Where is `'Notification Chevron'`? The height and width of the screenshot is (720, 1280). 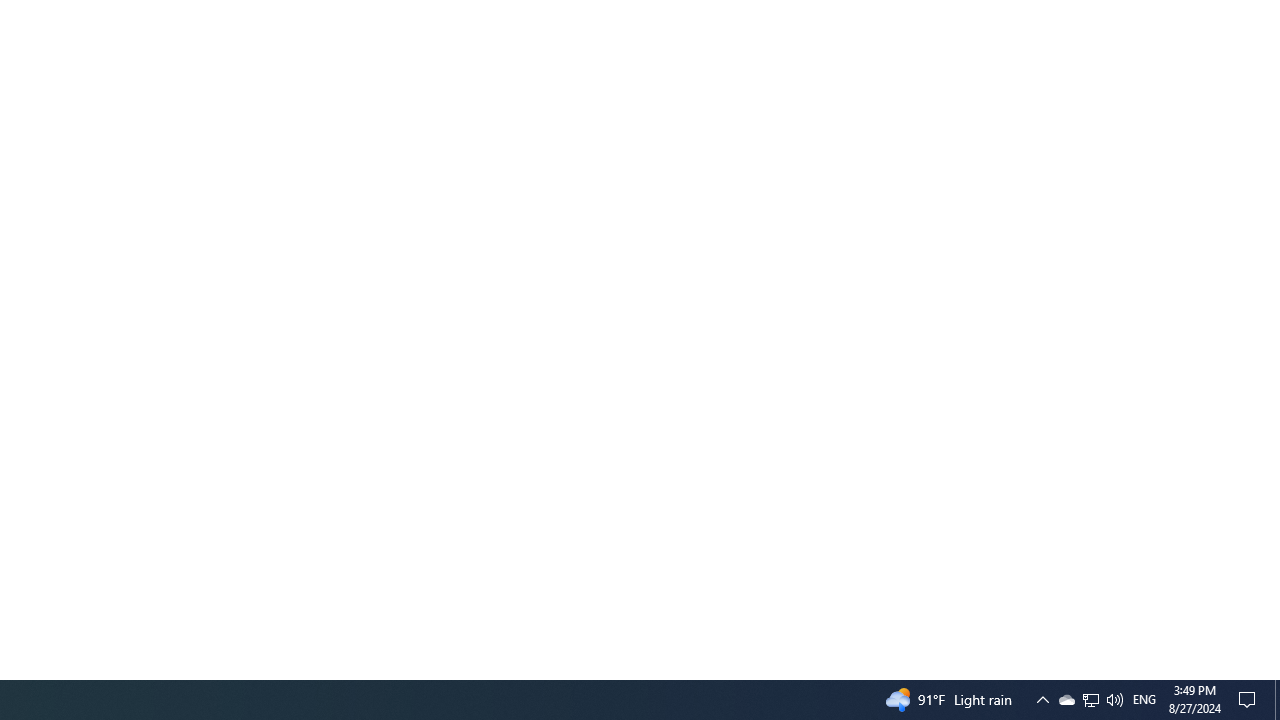 'Notification Chevron' is located at coordinates (1089, 698).